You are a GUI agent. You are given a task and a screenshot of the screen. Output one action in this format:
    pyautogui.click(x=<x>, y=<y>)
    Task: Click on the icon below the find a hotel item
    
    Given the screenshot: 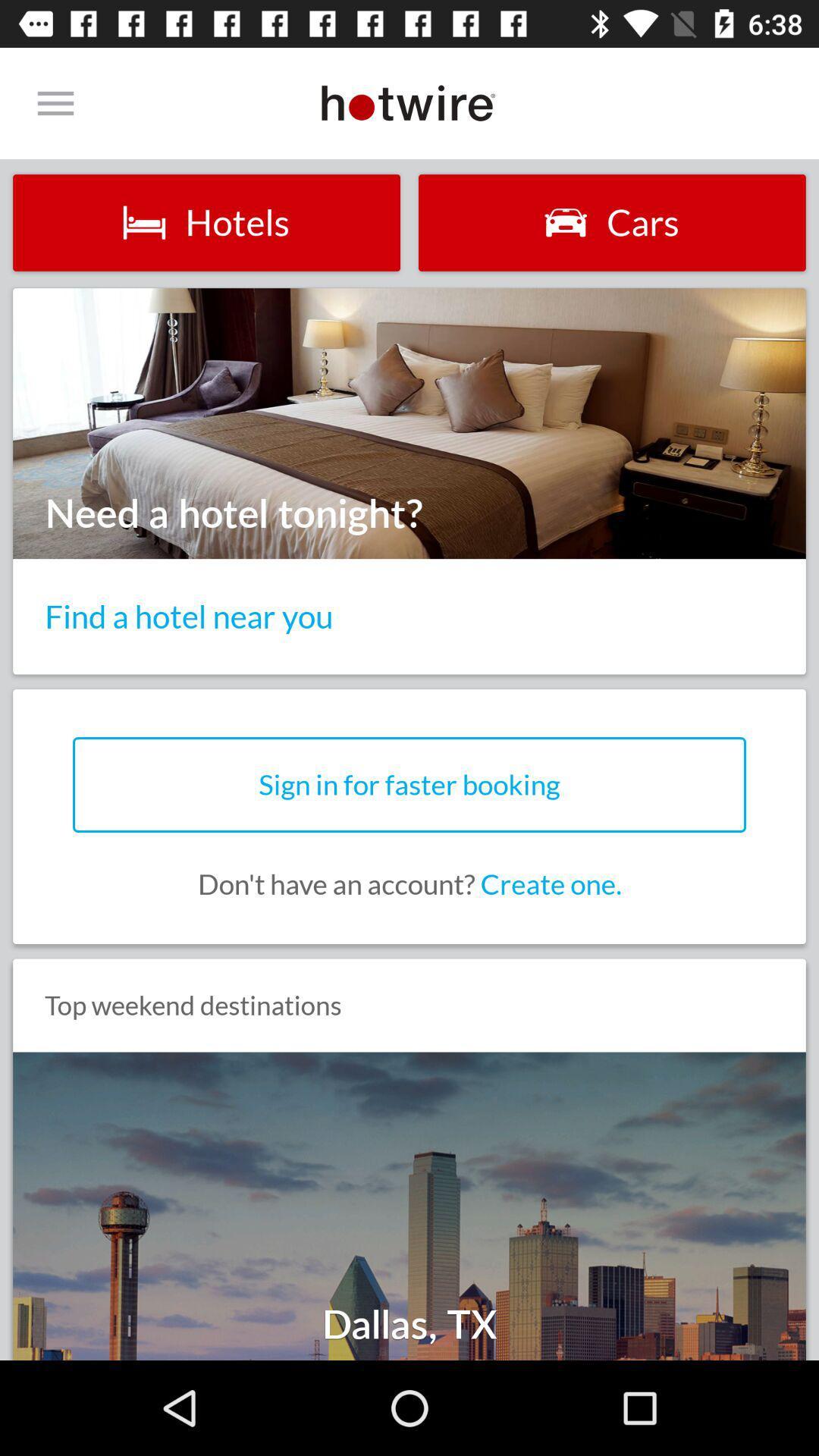 What is the action you would take?
    pyautogui.click(x=409, y=785)
    